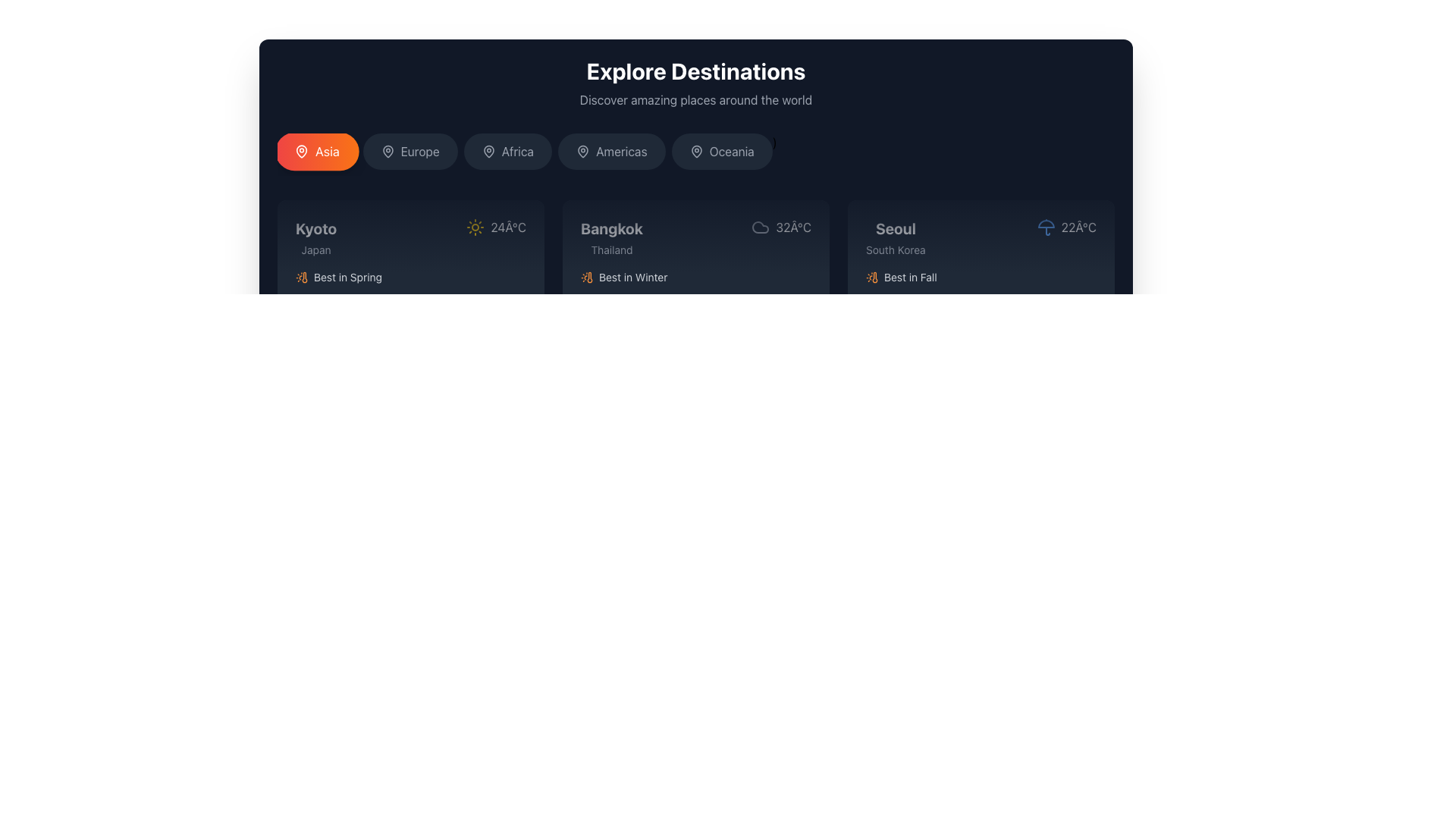 This screenshot has height=819, width=1456. Describe the element at coordinates (315, 152) in the screenshot. I see `the 'Asia' region selection button, which is the first button in a horizontal group at the top of the interface` at that location.